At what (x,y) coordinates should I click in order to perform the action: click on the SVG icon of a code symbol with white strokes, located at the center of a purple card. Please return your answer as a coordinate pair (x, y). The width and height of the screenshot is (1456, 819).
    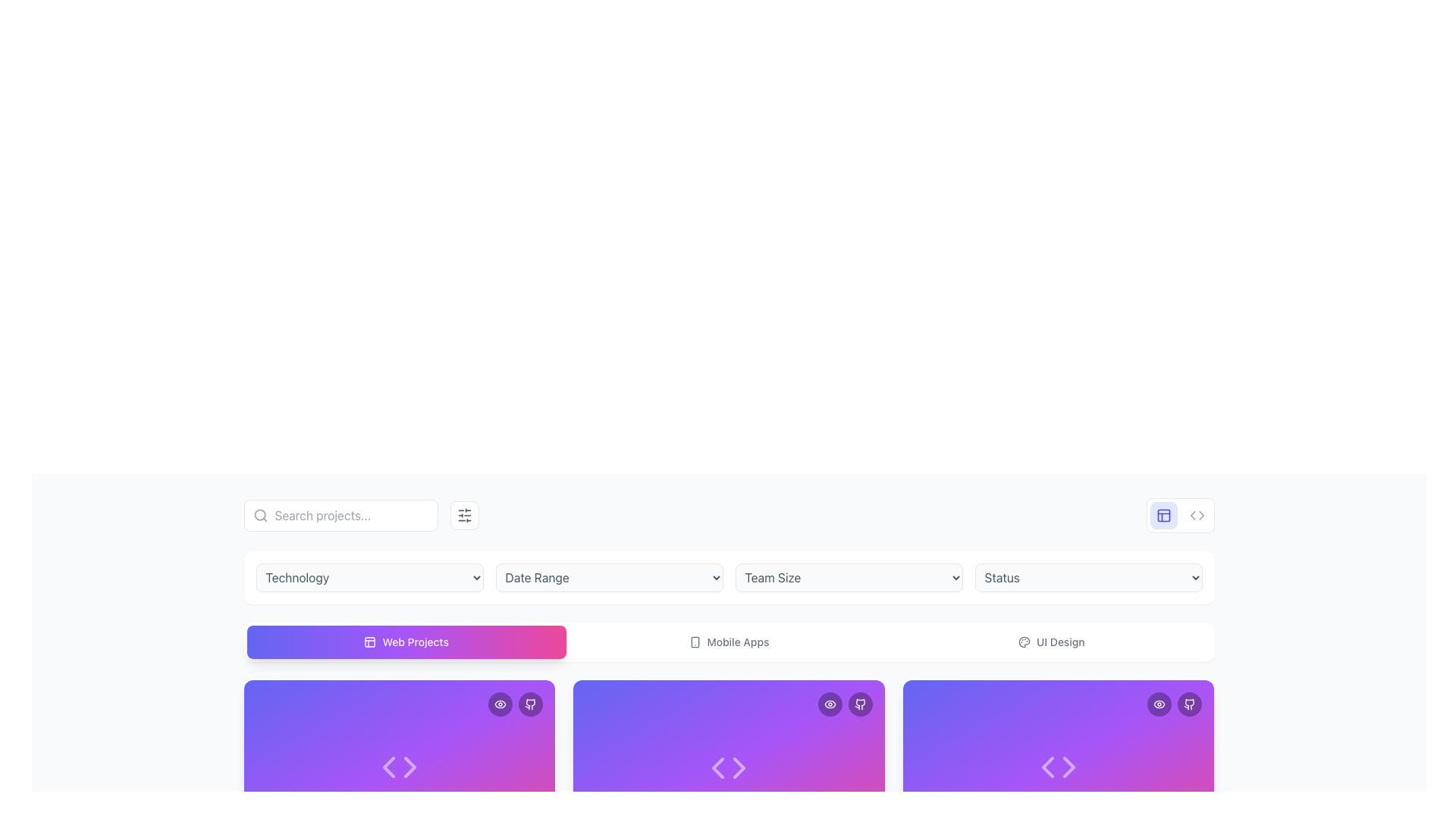
    Looking at the image, I should click on (729, 767).